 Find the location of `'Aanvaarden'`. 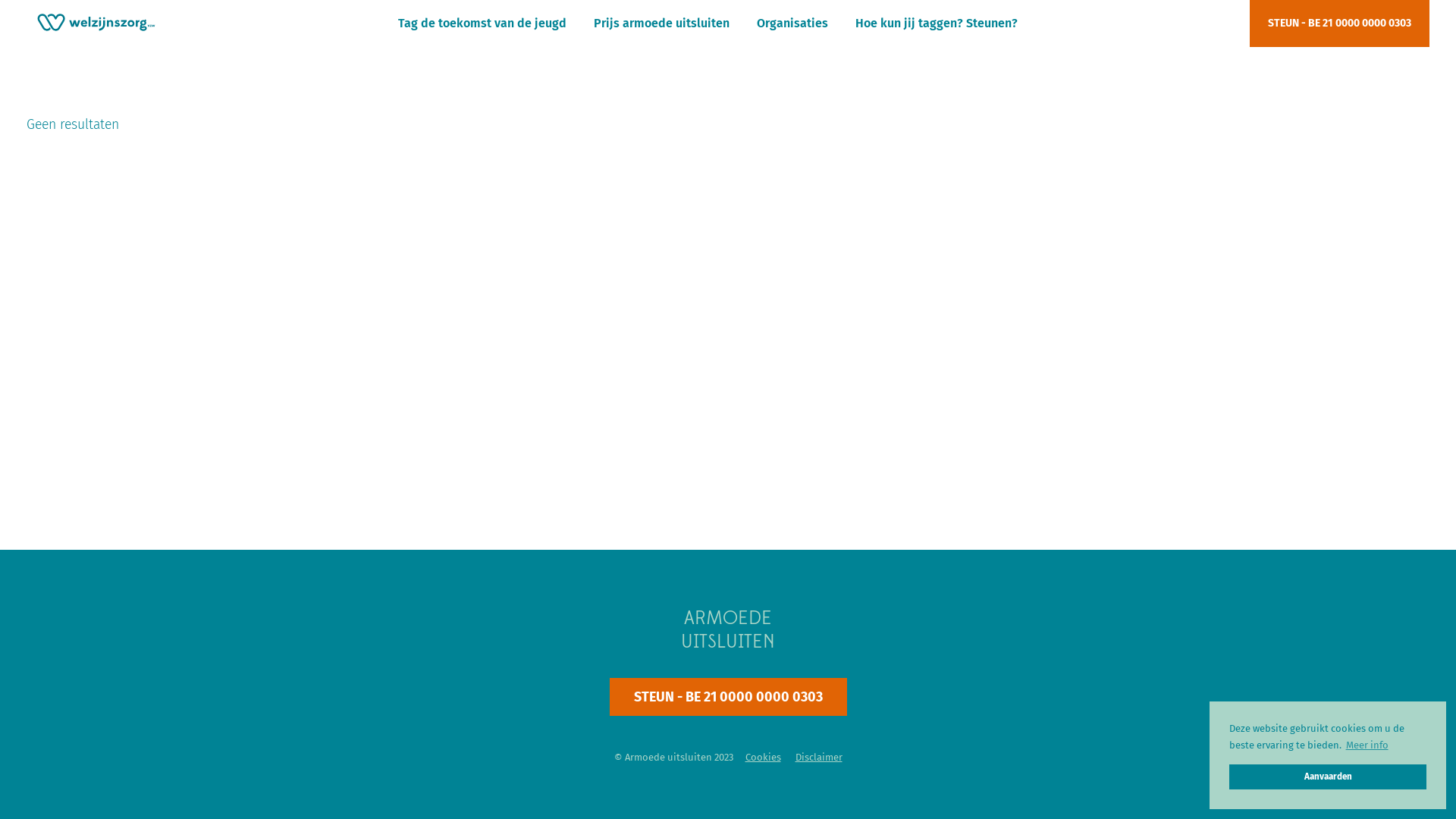

'Aanvaarden' is located at coordinates (1327, 777).